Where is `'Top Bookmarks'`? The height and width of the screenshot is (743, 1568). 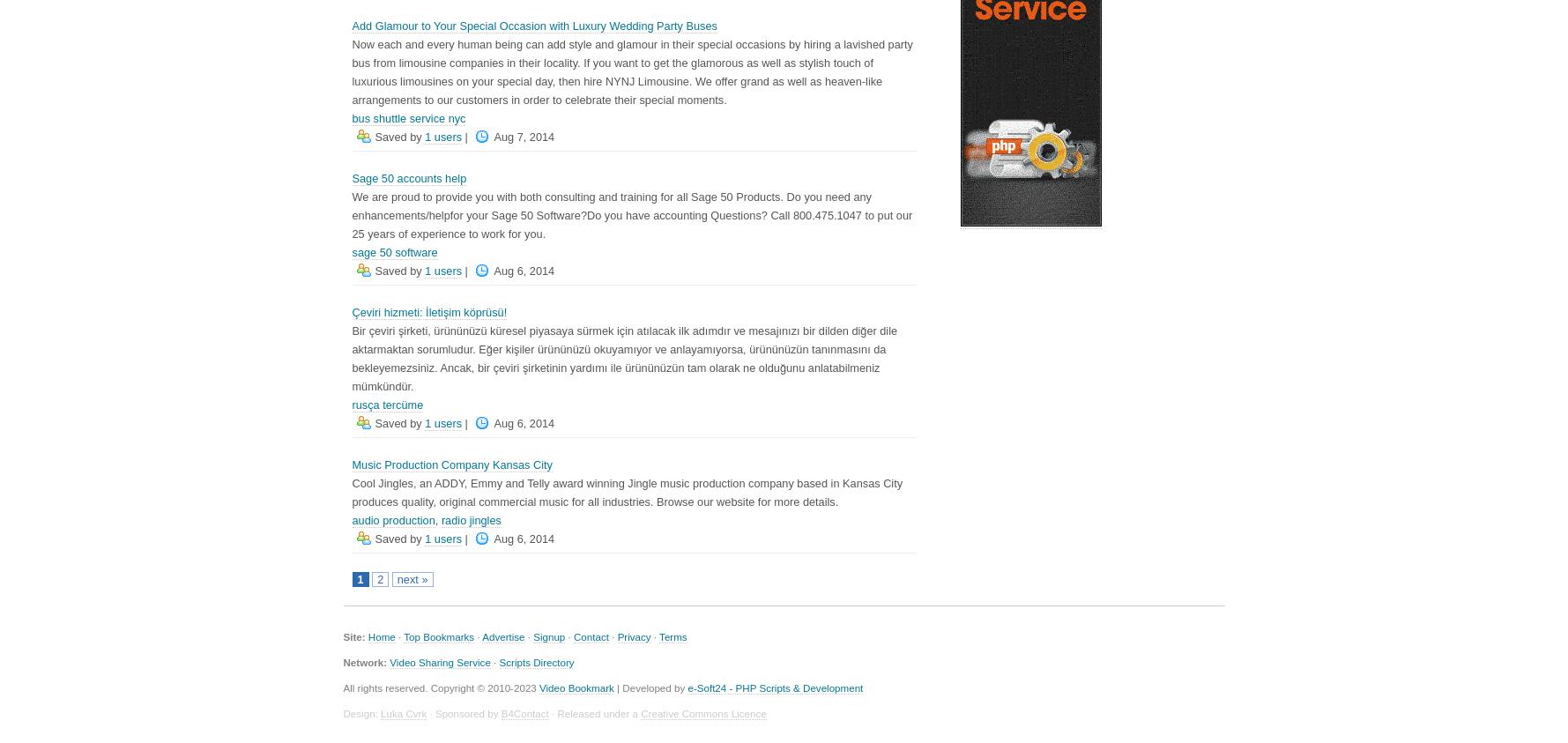
'Top Bookmarks' is located at coordinates (437, 636).